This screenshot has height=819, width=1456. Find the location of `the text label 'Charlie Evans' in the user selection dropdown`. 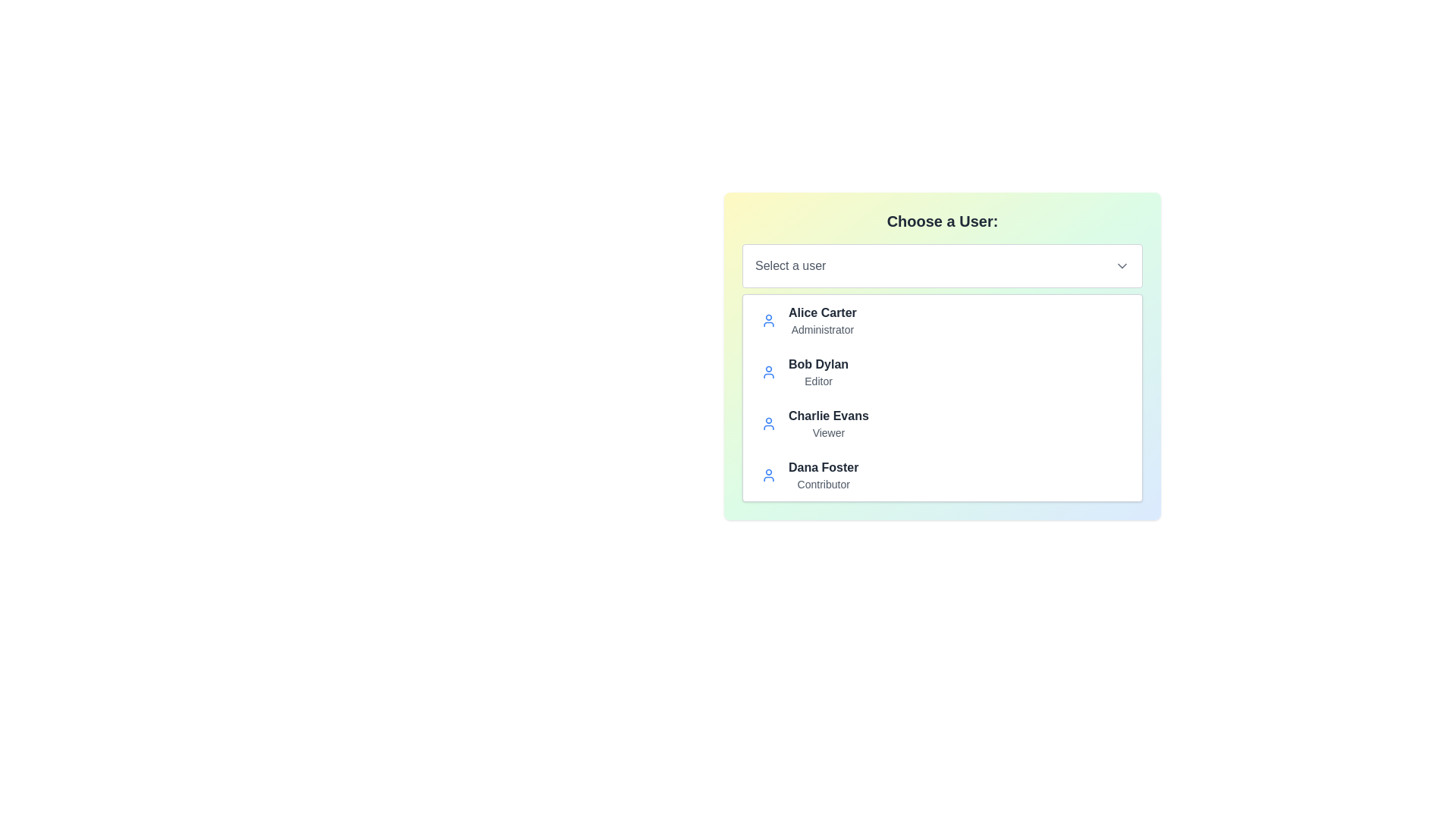

the text label 'Charlie Evans' in the user selection dropdown is located at coordinates (827, 416).